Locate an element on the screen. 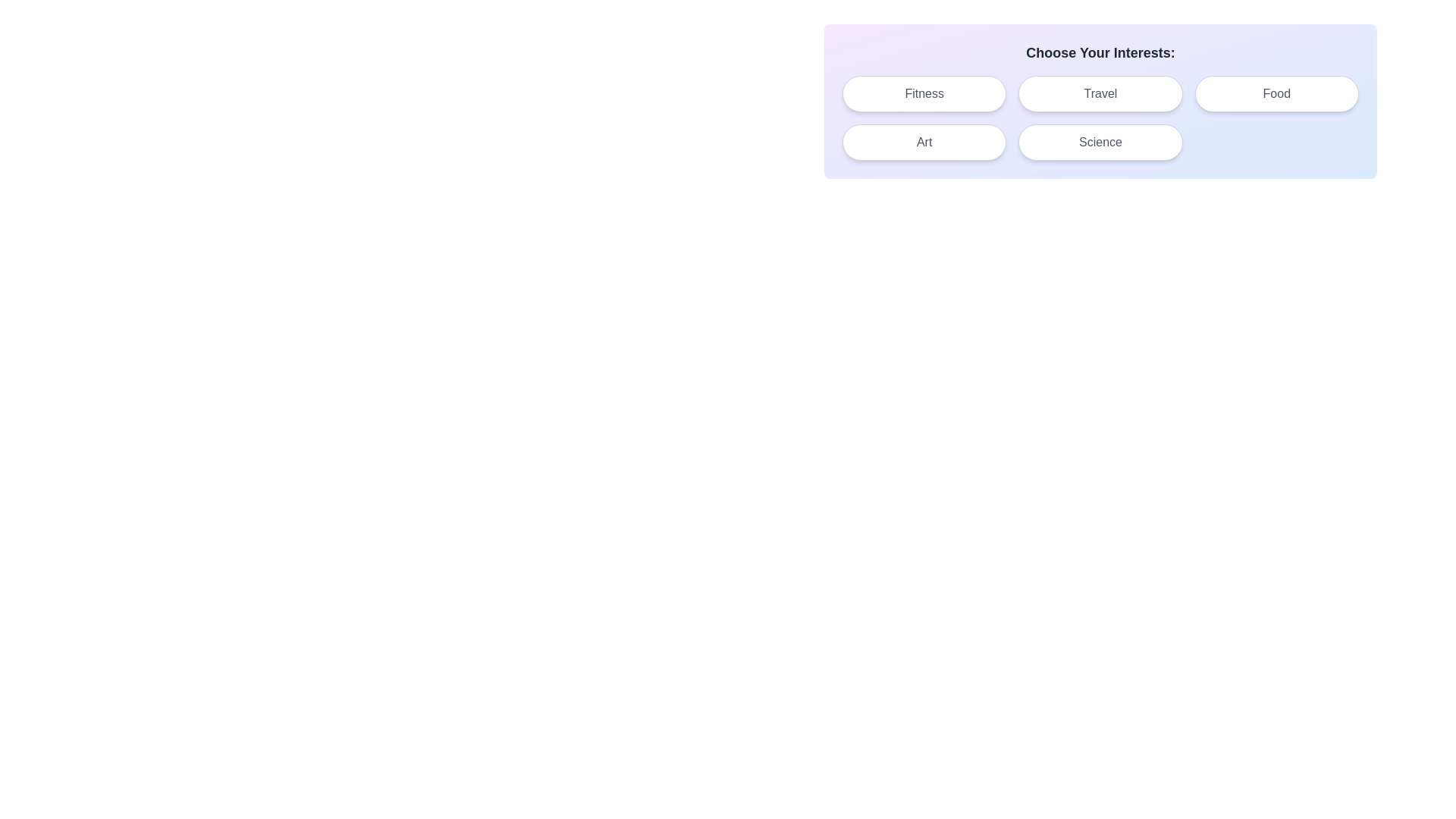 The width and height of the screenshot is (1456, 819). the chip labeled Travel to toggle its selection is located at coordinates (1100, 93).